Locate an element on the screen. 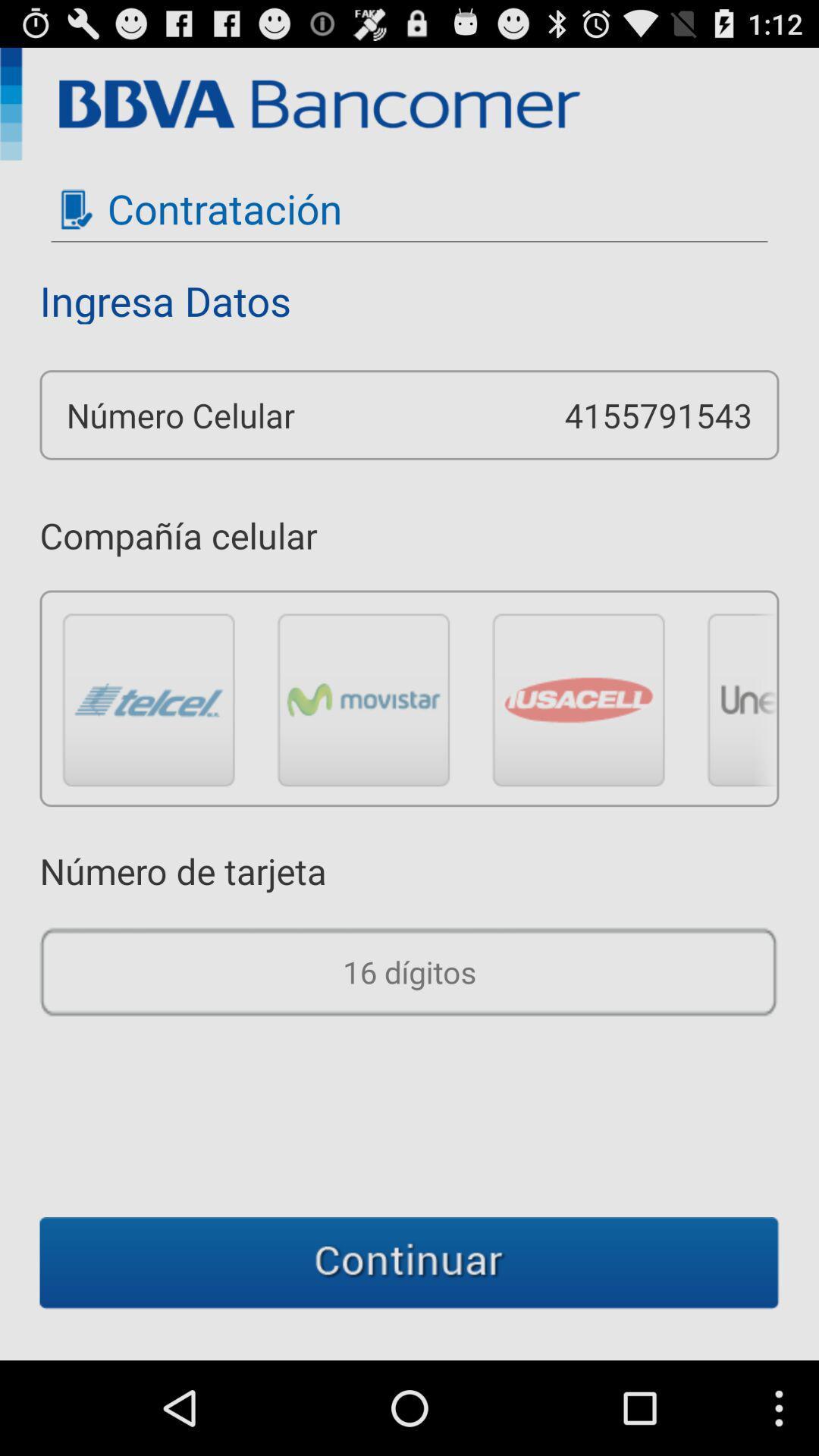 The height and width of the screenshot is (1456, 819). continue is located at coordinates (409, 1263).